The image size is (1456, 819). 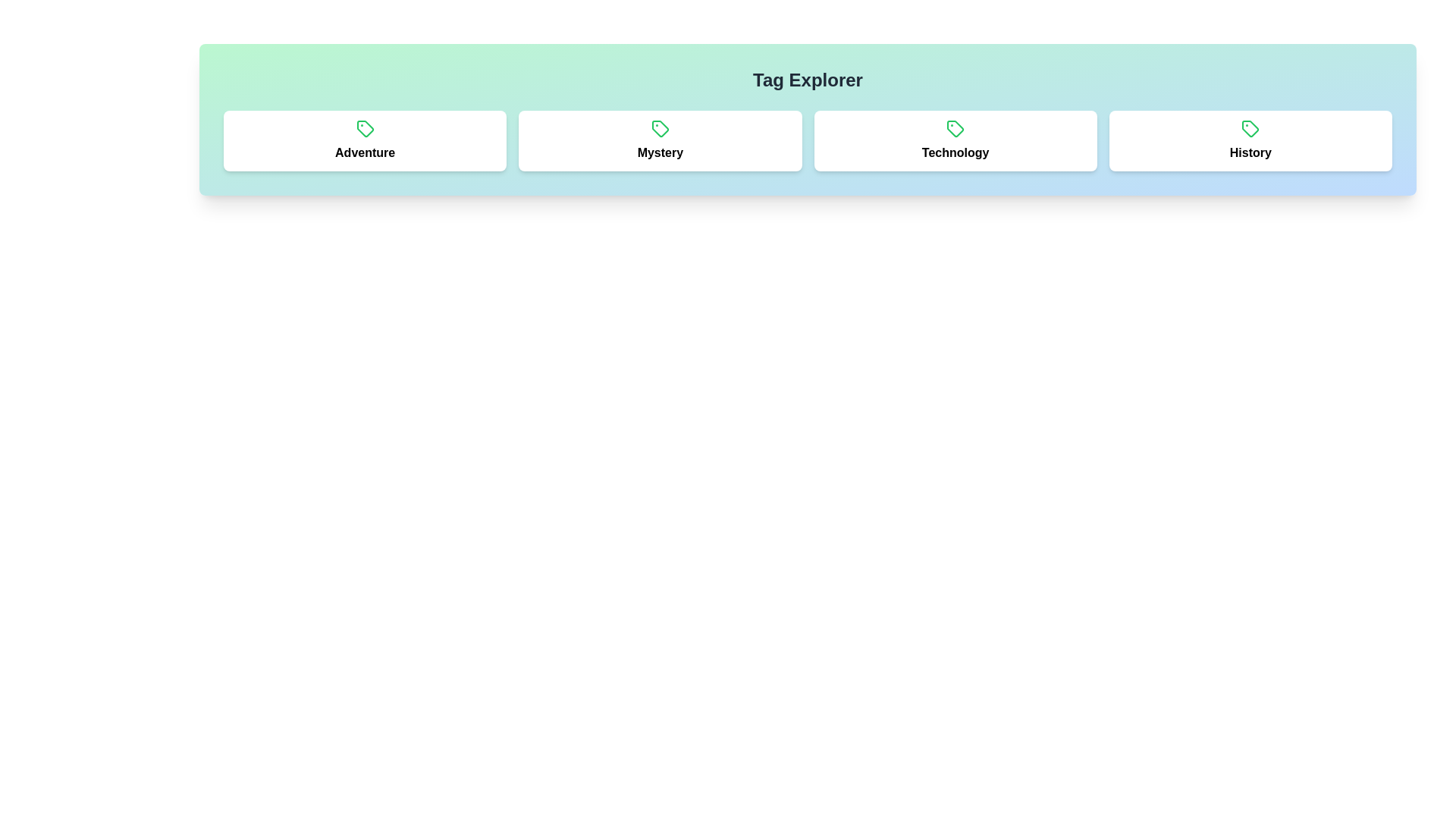 What do you see at coordinates (955, 127) in the screenshot?
I see `the green outlined tag icon located above the 'Technology' label` at bounding box center [955, 127].